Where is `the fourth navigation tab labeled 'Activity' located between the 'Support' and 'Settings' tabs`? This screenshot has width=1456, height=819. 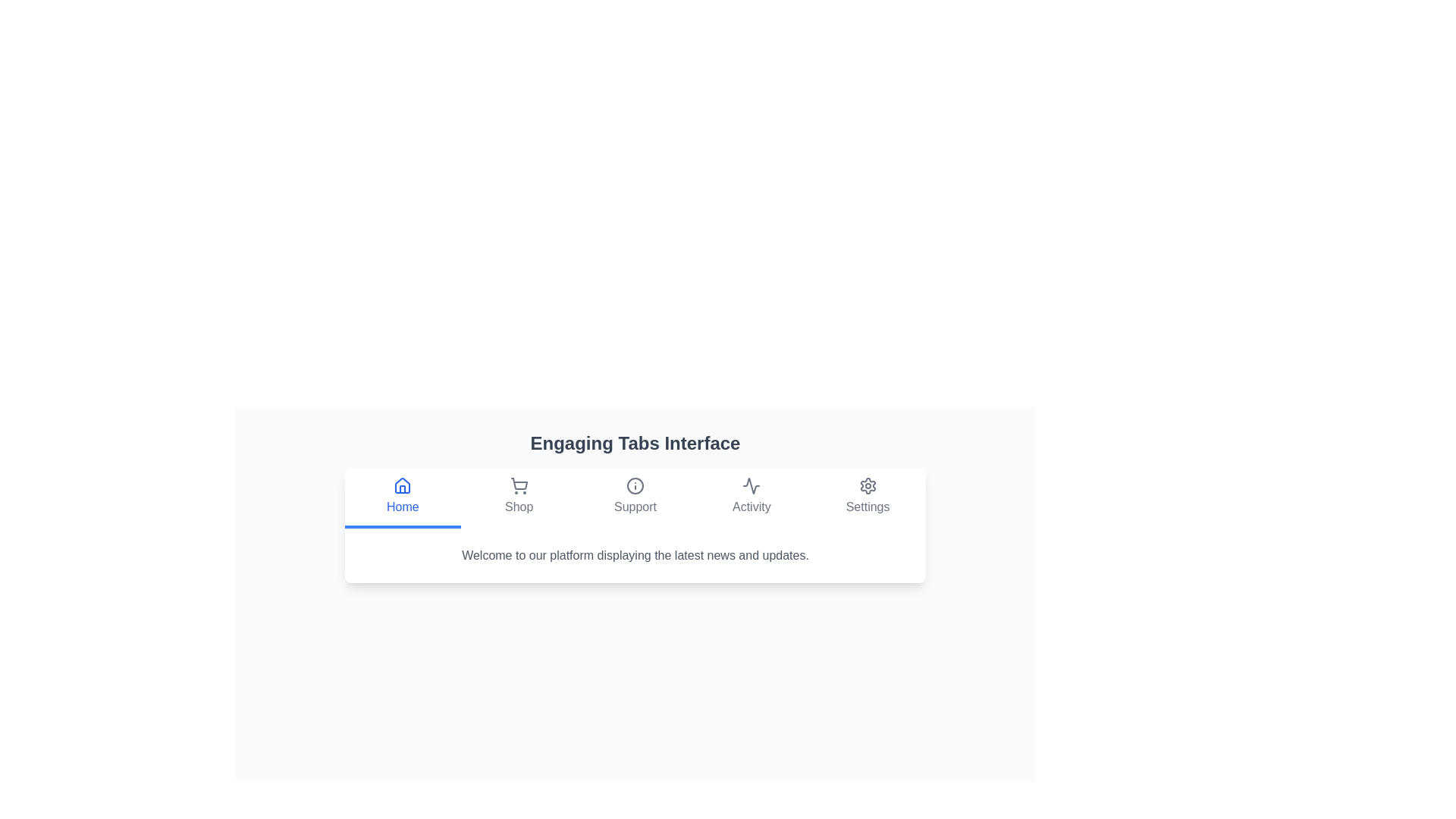 the fourth navigation tab labeled 'Activity' located between the 'Support' and 'Settings' tabs is located at coordinates (752, 497).